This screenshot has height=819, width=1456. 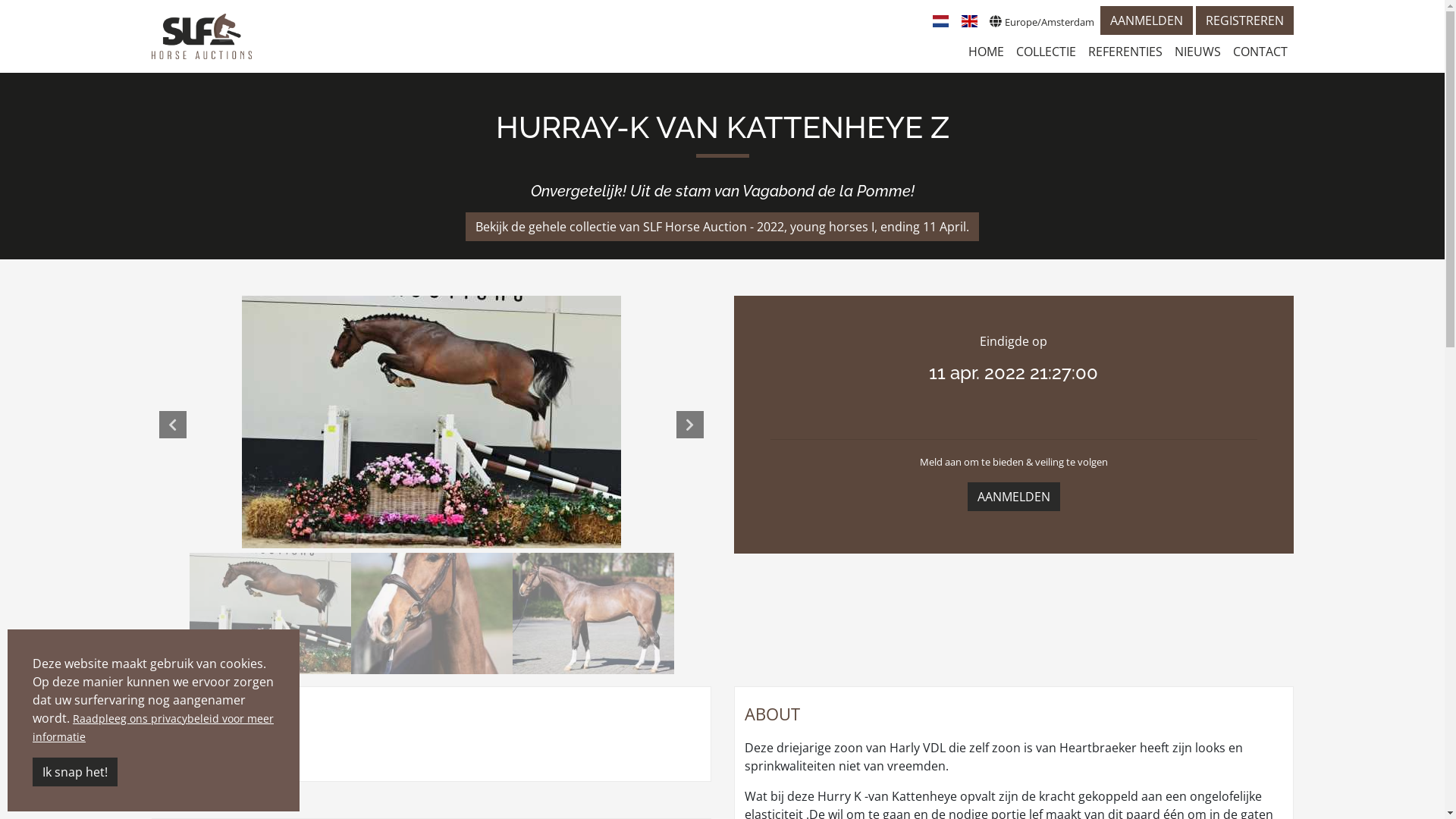 I want to click on 'COLLECTIE', so click(x=1045, y=51).